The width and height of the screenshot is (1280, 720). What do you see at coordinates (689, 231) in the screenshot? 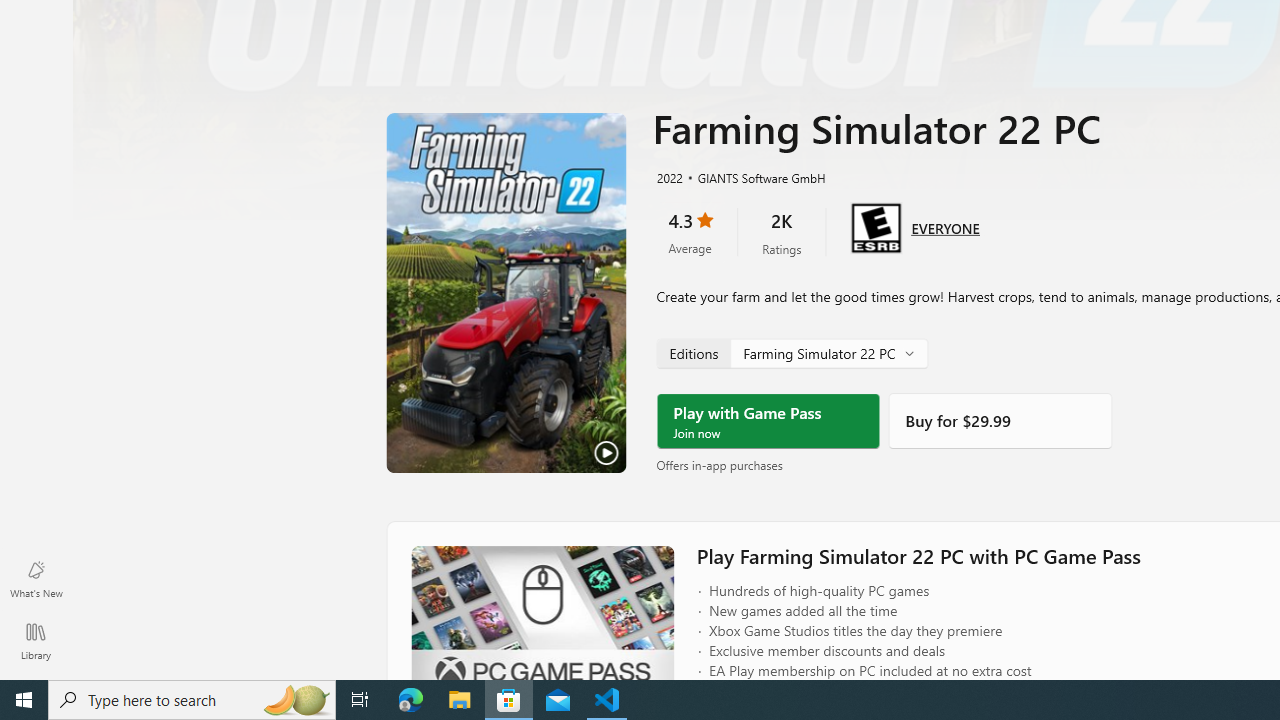
I see `'4.3 stars. Click to skip to ratings and reviews'` at bounding box center [689, 231].